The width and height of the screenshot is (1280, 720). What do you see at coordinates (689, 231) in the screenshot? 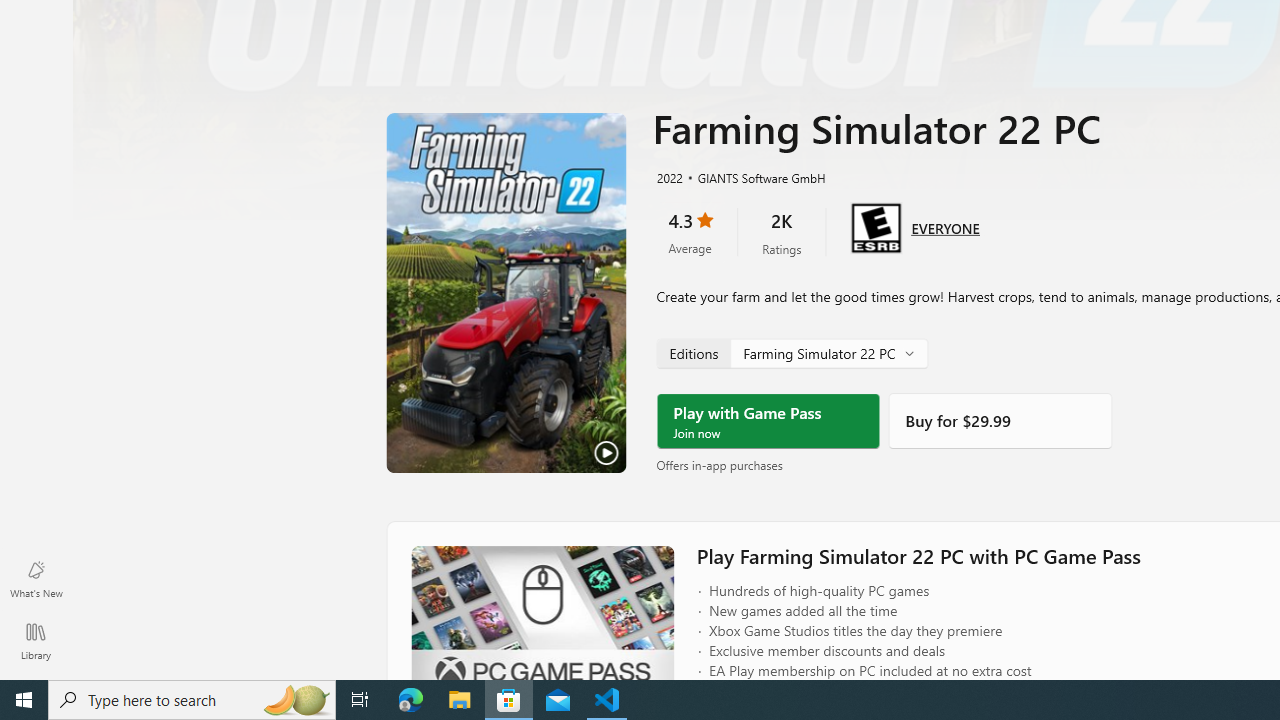
I see `'4.3 stars. Click to skip to ratings and reviews'` at bounding box center [689, 231].